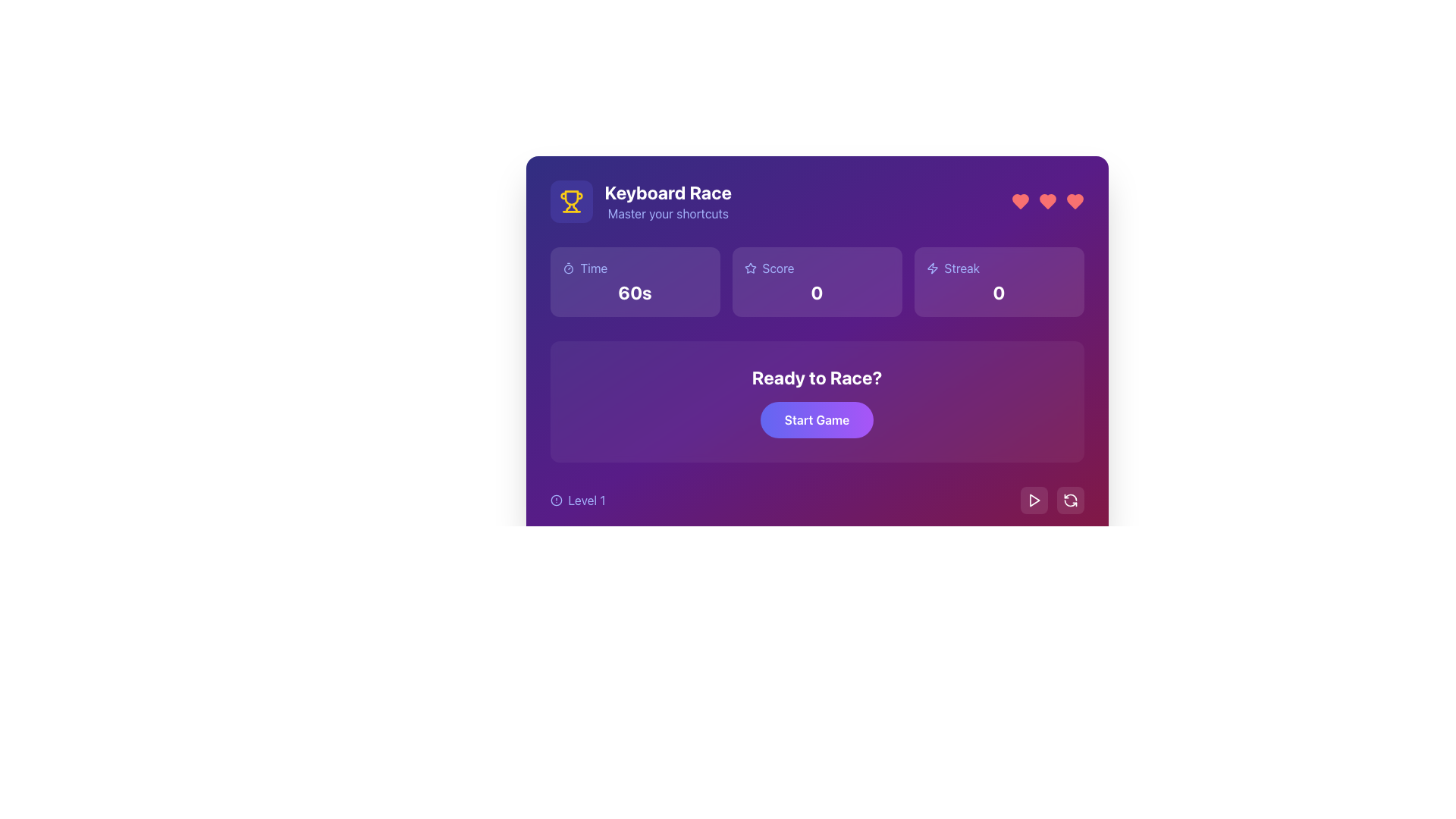 The image size is (1456, 819). What do you see at coordinates (931, 268) in the screenshot?
I see `the decorative icon indicating energy, speed, or activity located in the bottom-right corner of the interface` at bounding box center [931, 268].